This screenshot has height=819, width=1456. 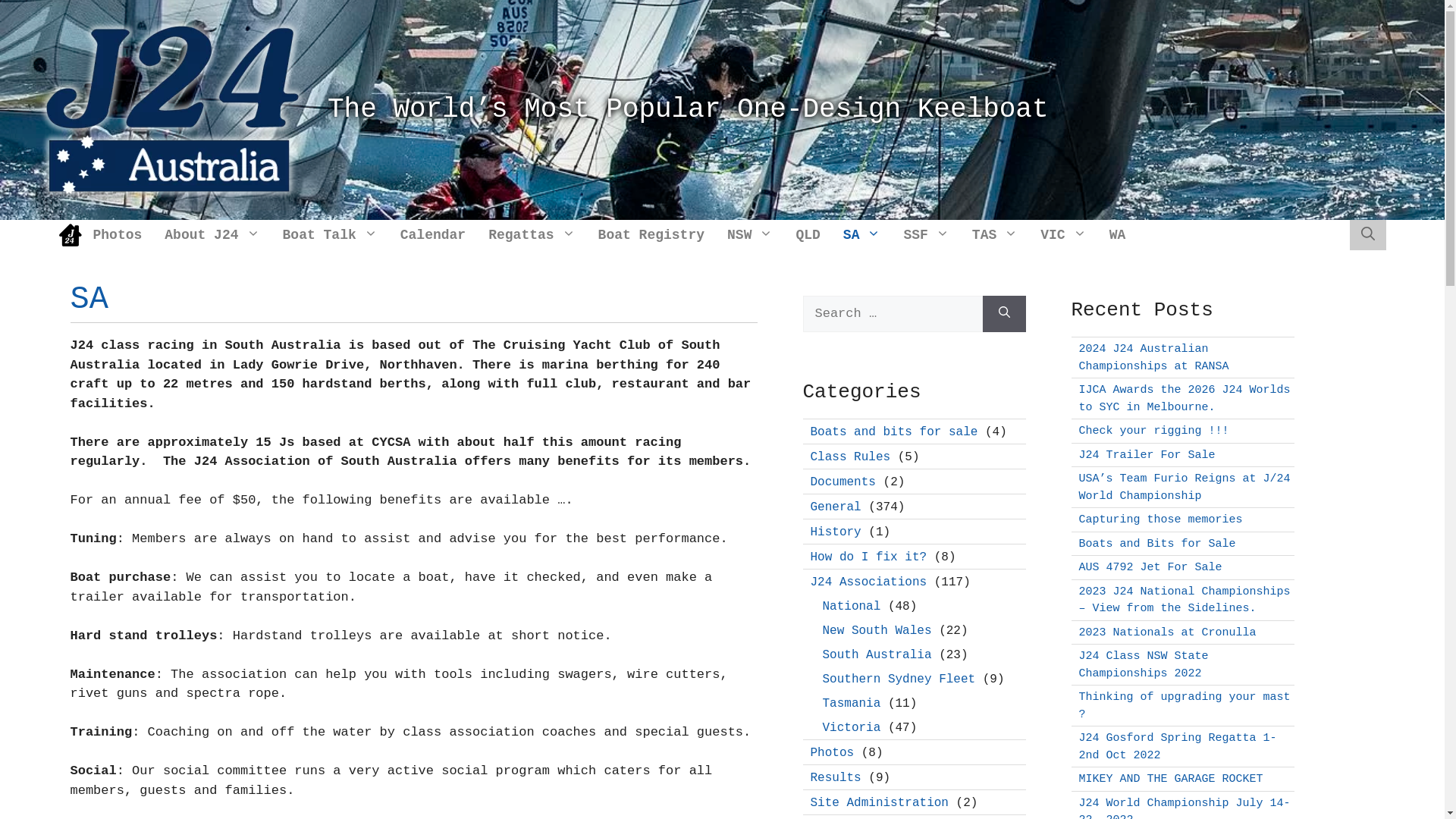 What do you see at coordinates (834, 531) in the screenshot?
I see `'History'` at bounding box center [834, 531].